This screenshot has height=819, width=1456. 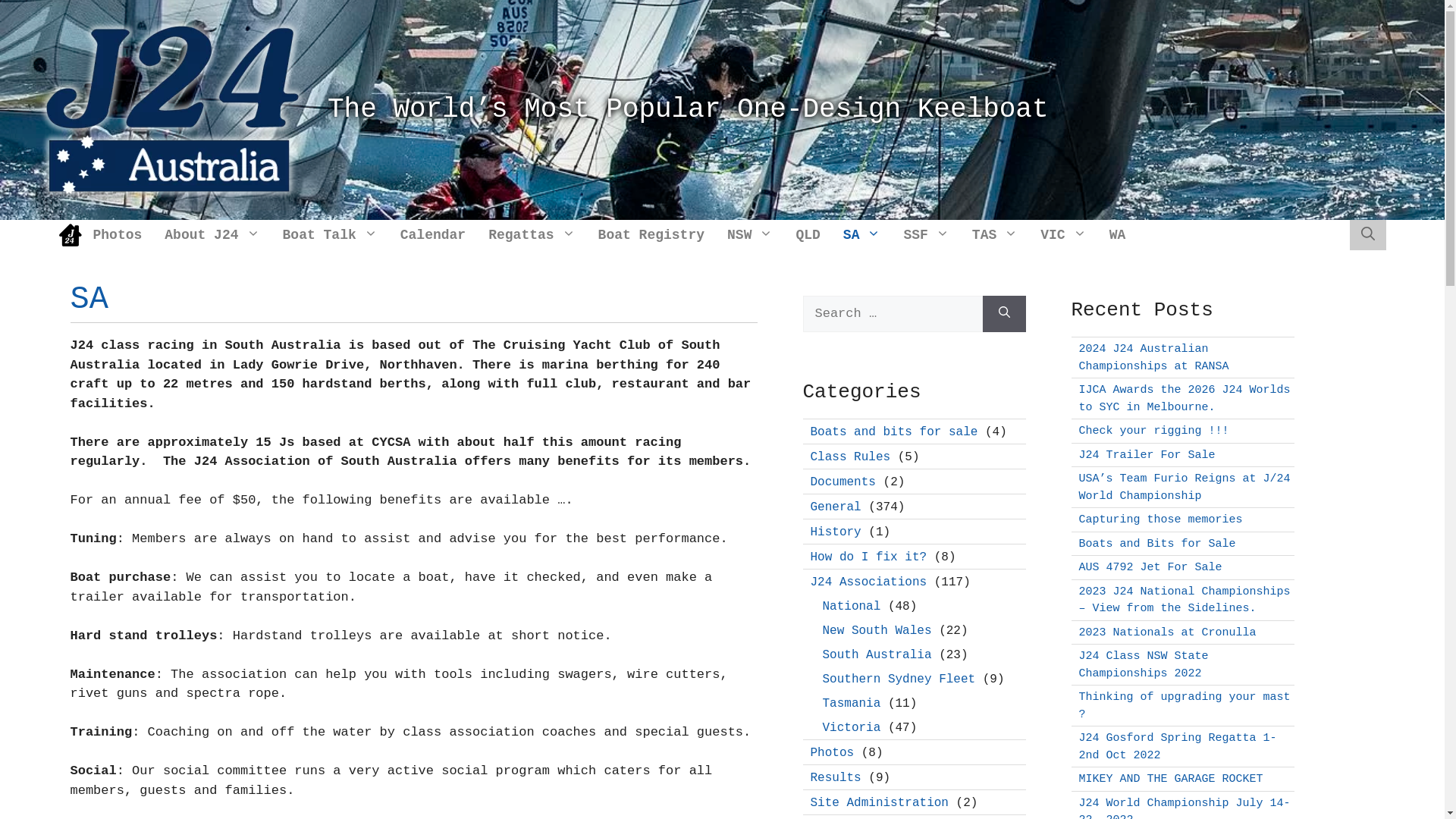 What do you see at coordinates (834, 531) in the screenshot?
I see `'History'` at bounding box center [834, 531].